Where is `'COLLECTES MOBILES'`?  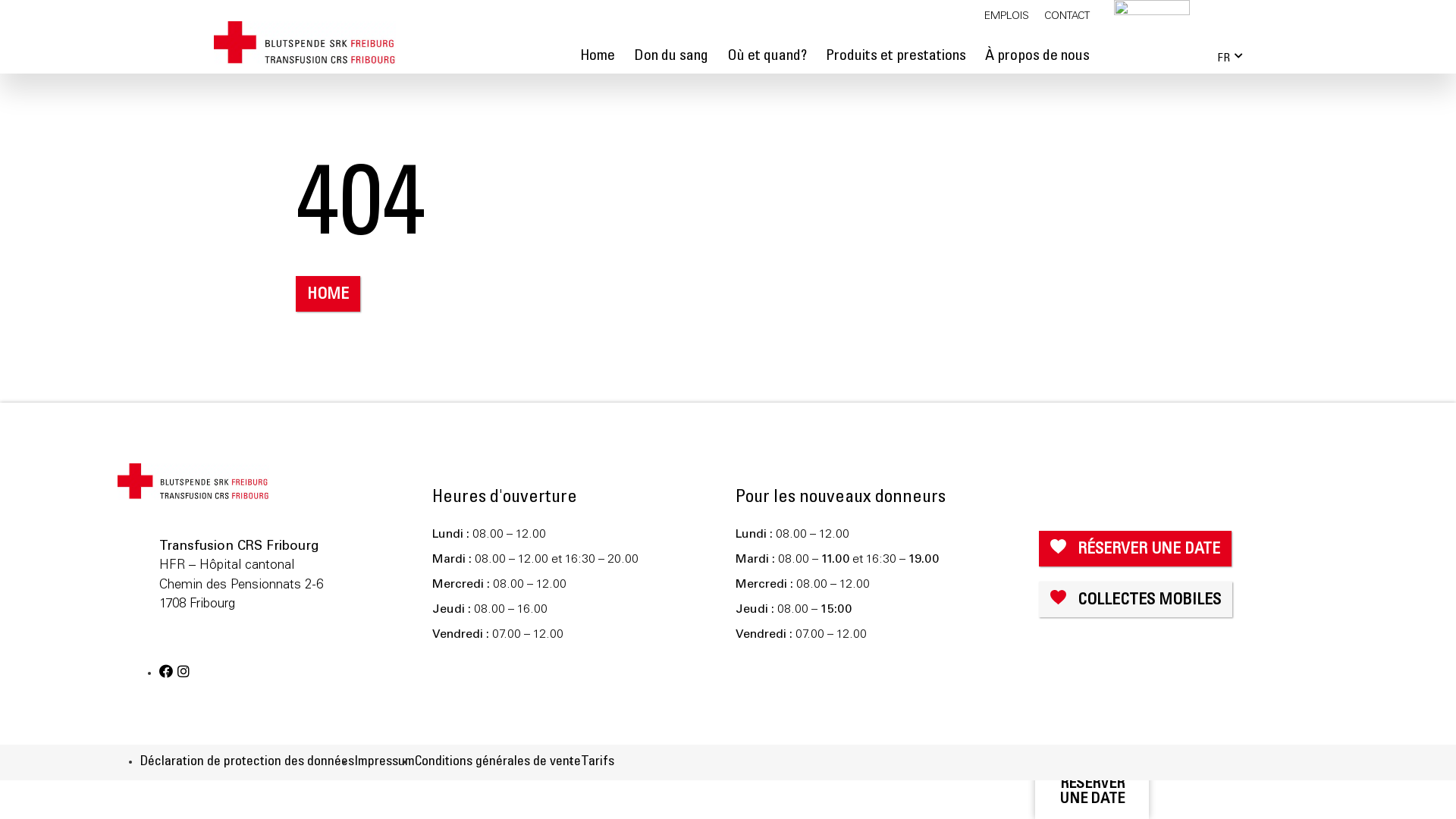 'COLLECTES MOBILES' is located at coordinates (1135, 598).